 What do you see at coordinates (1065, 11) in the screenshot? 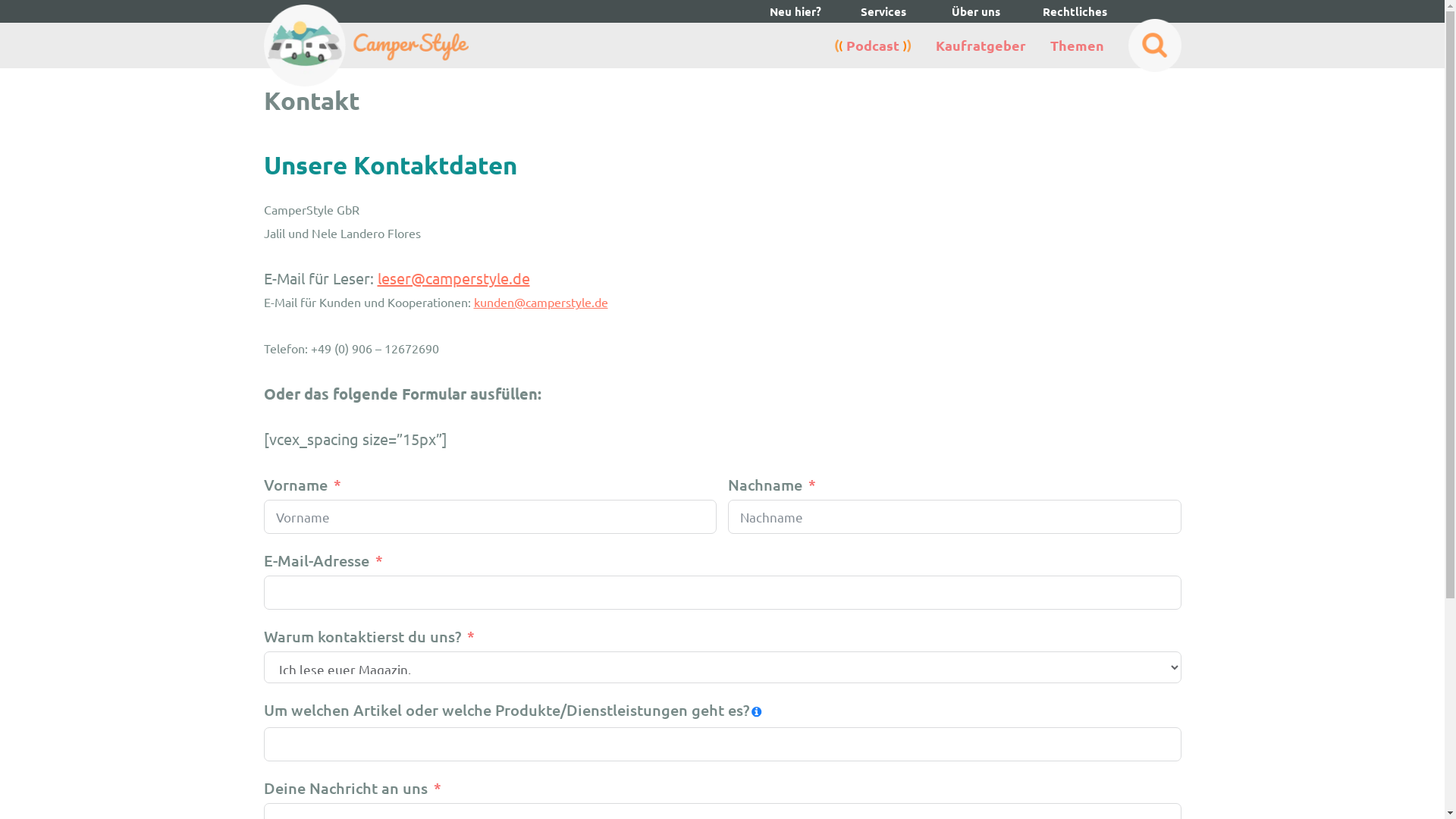
I see `'Rechtliches'` at bounding box center [1065, 11].